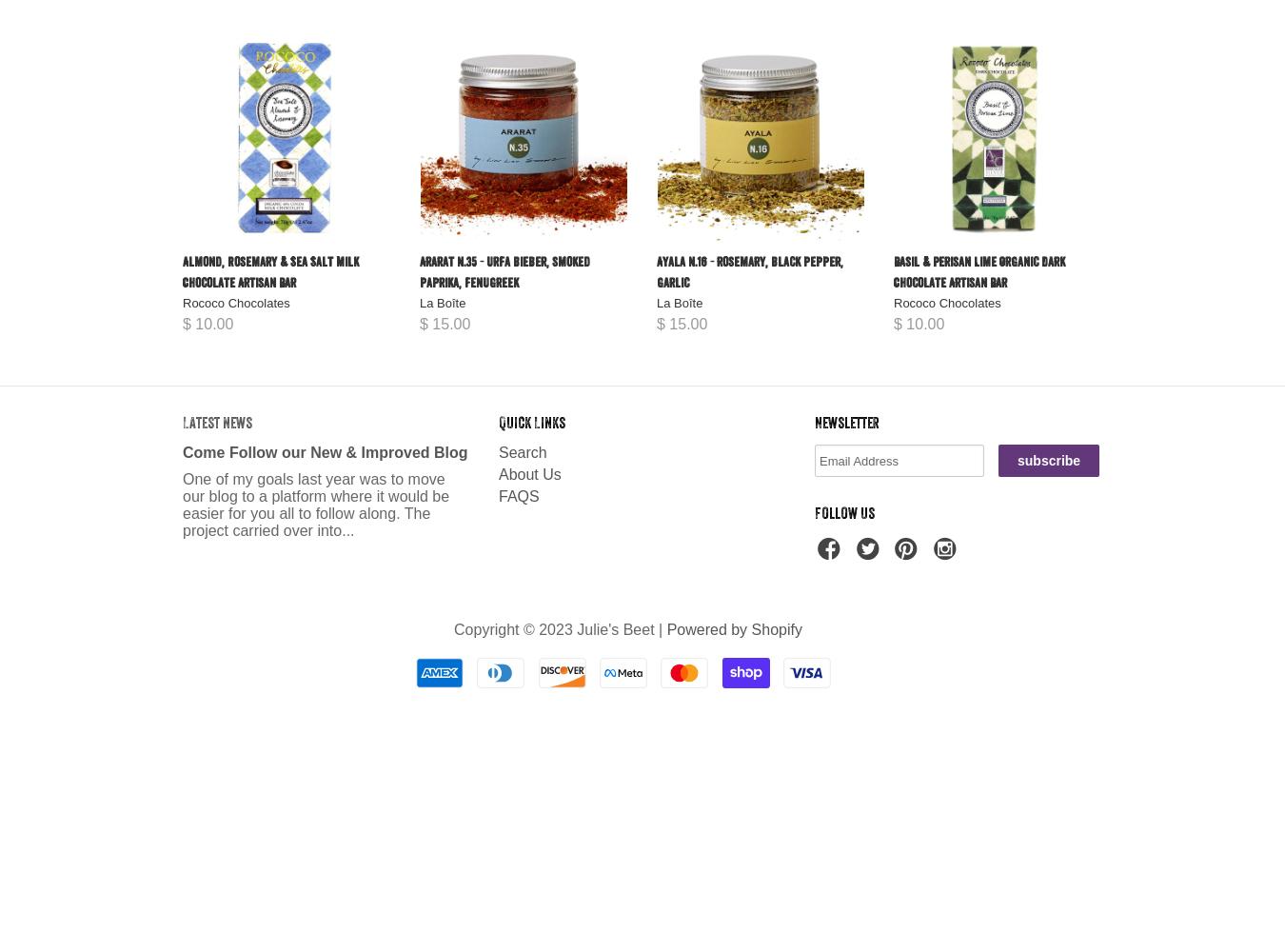 This screenshot has width=1285, height=952. What do you see at coordinates (560, 629) in the screenshot?
I see `'Copyright © 2023 Julie's Beet |'` at bounding box center [560, 629].